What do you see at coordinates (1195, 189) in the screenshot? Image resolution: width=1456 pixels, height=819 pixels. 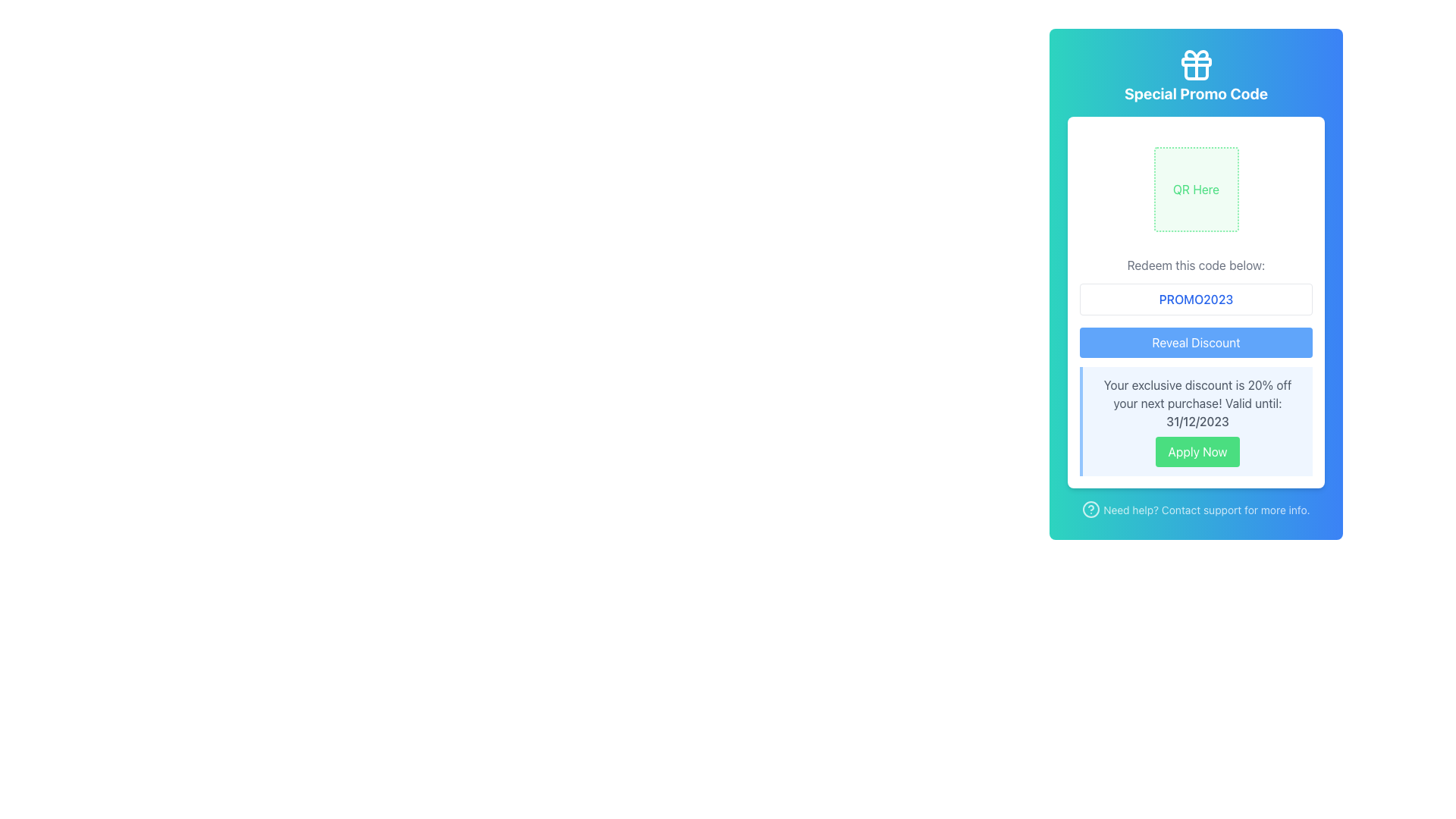 I see `the text label displaying 'QR Here' in bright green font, which is centered inside a light green rounded box with a dotted border` at bounding box center [1195, 189].